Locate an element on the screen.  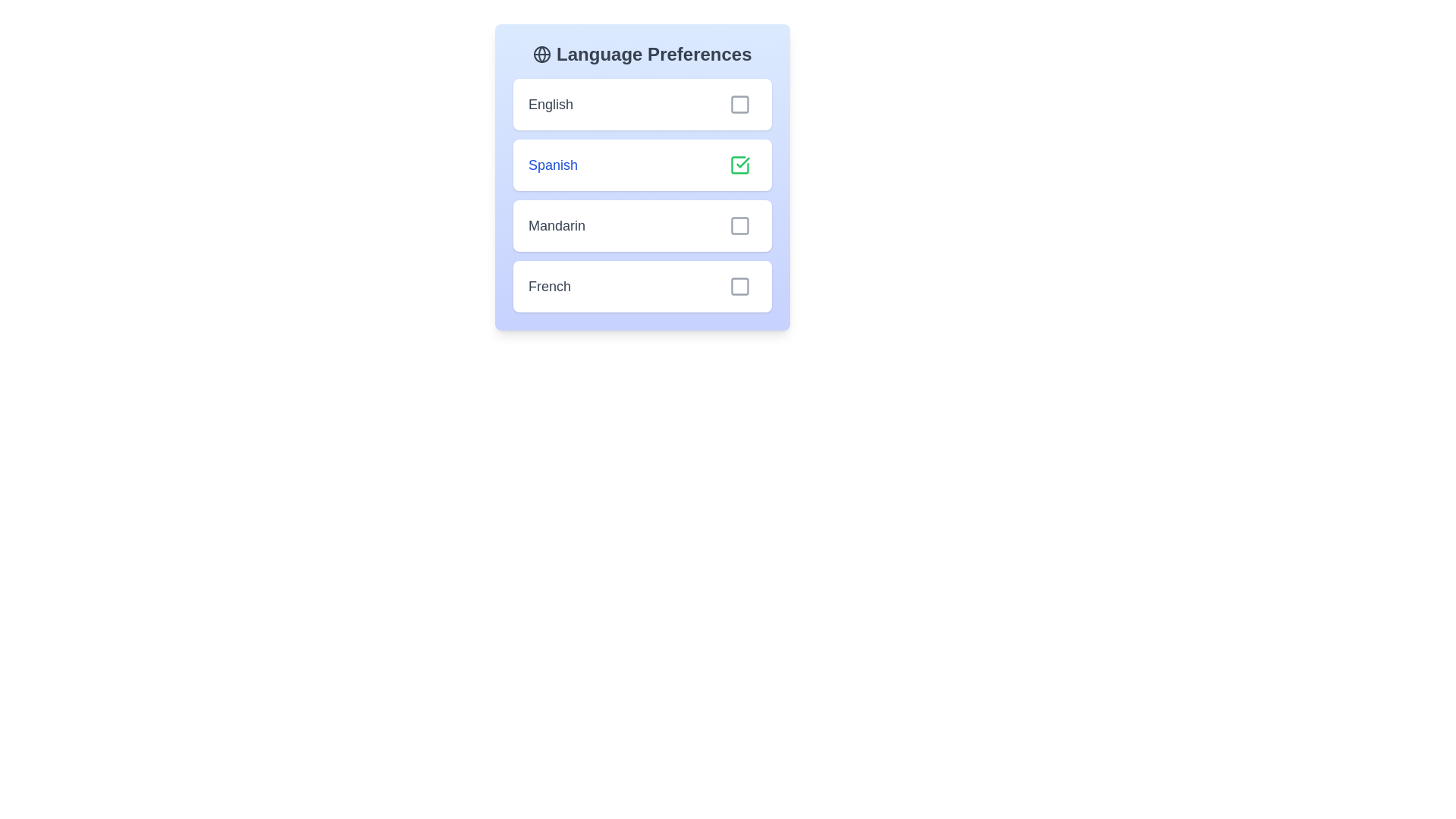
the circular element in the globe icon located in the header of the 'Language Preferences' section is located at coordinates (542, 53).